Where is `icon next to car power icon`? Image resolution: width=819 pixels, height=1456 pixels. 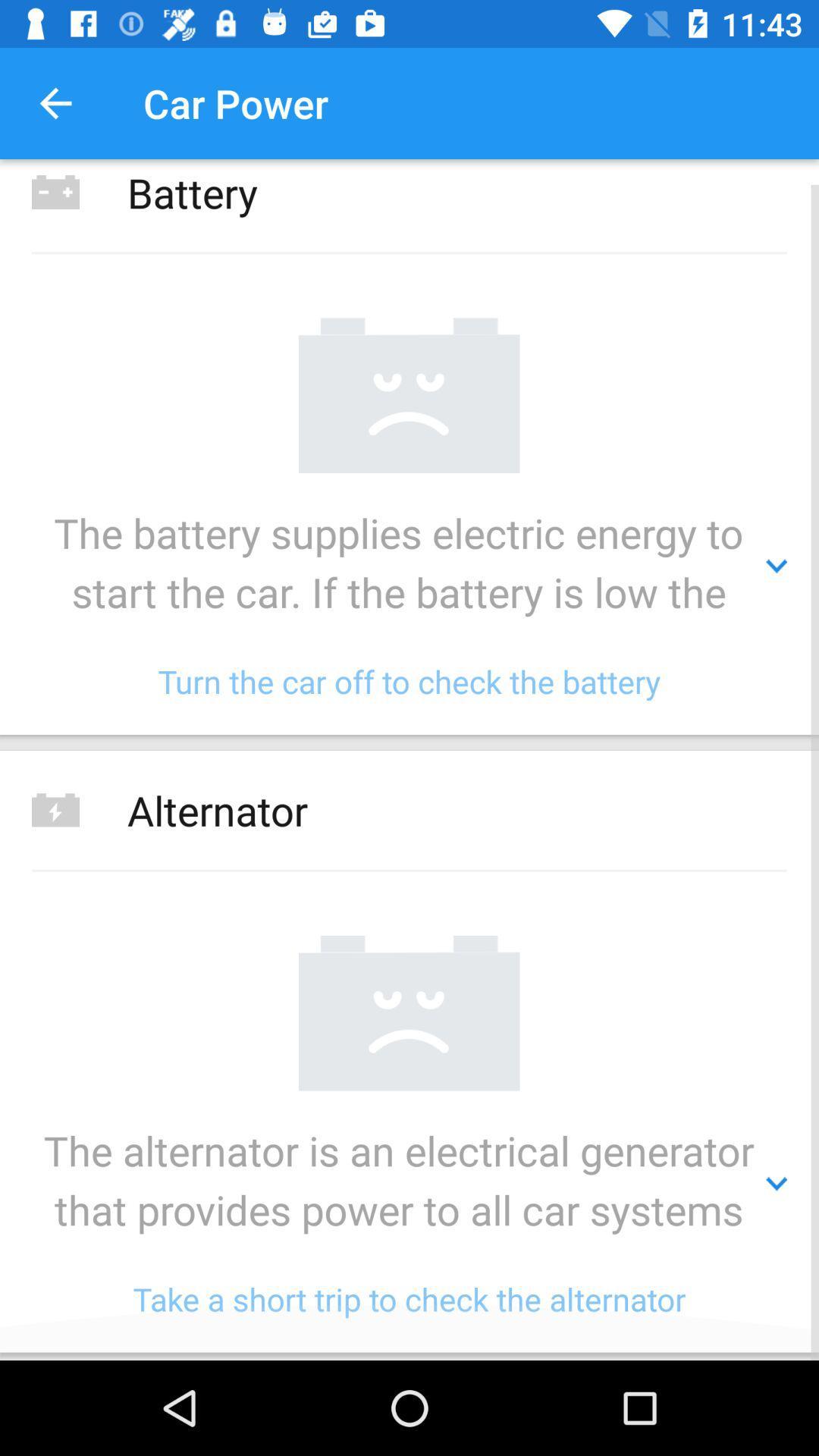 icon next to car power icon is located at coordinates (55, 102).